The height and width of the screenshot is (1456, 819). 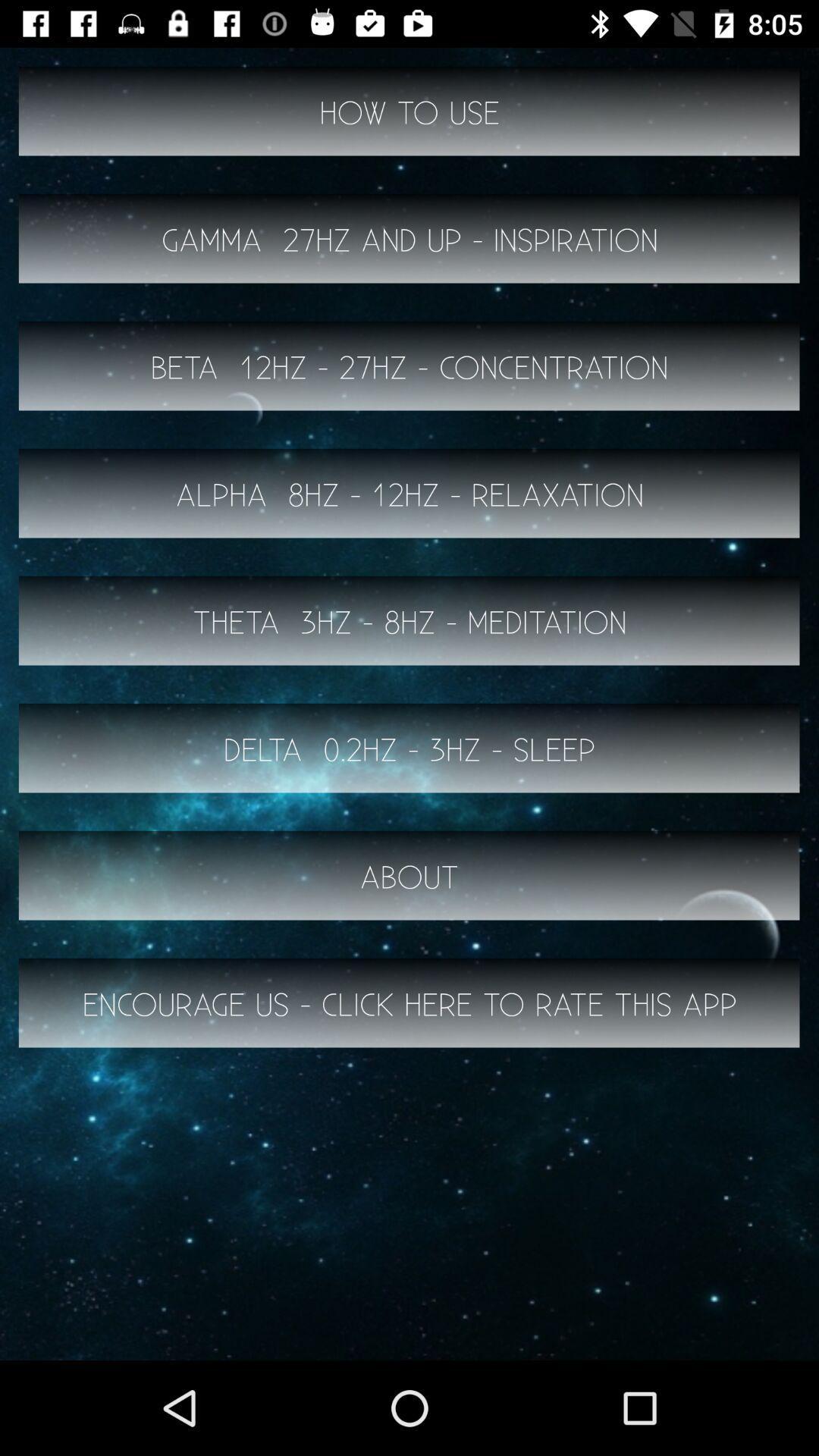 What do you see at coordinates (409, 748) in the screenshot?
I see `delta 0 2hz` at bounding box center [409, 748].